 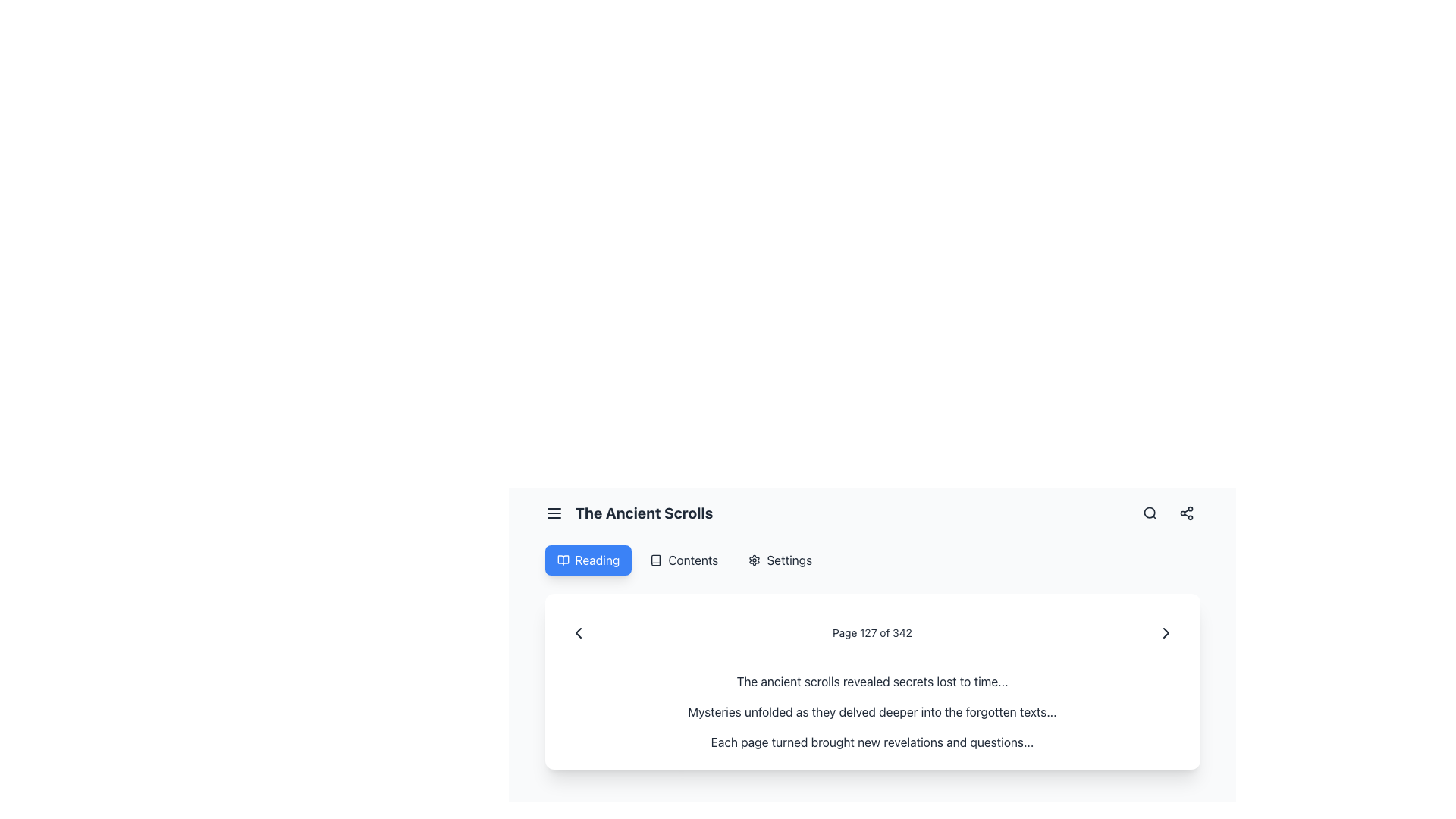 What do you see at coordinates (872, 680) in the screenshot?
I see `the text element that reads 'The ancient scrolls revealed secrets lost to time...' which is the first line of a list in a centered textual block` at bounding box center [872, 680].